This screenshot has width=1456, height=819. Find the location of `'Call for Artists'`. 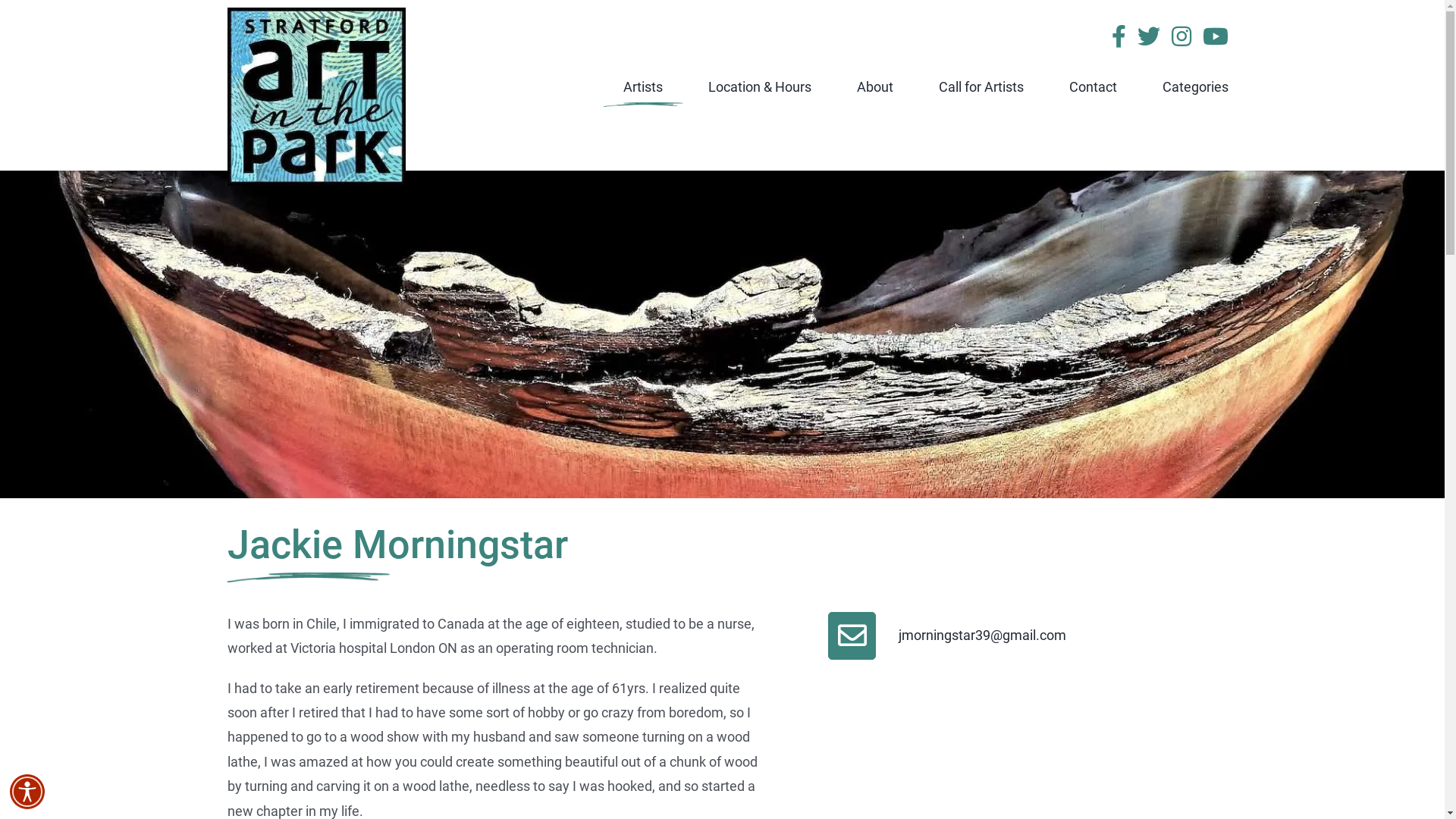

'Call for Artists' is located at coordinates (981, 86).